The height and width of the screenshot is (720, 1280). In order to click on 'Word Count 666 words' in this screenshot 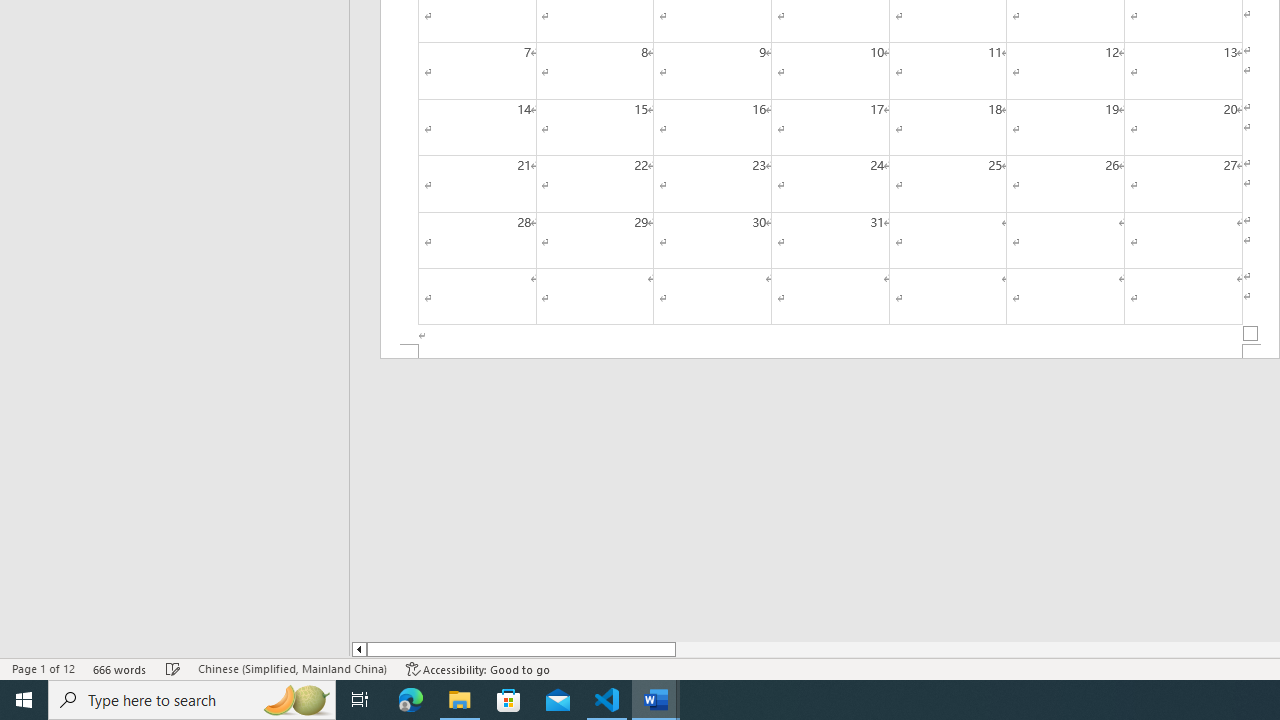, I will do `click(119, 669)`.